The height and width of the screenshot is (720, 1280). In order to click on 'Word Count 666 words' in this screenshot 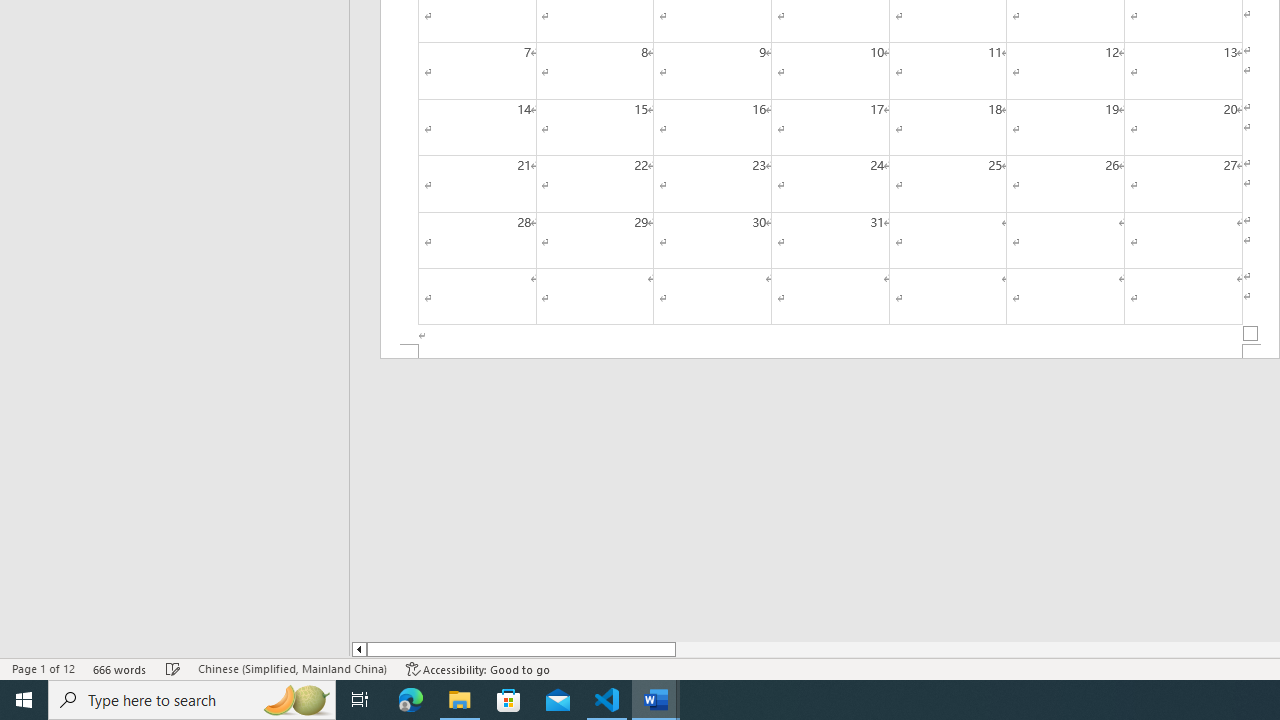, I will do `click(119, 669)`.